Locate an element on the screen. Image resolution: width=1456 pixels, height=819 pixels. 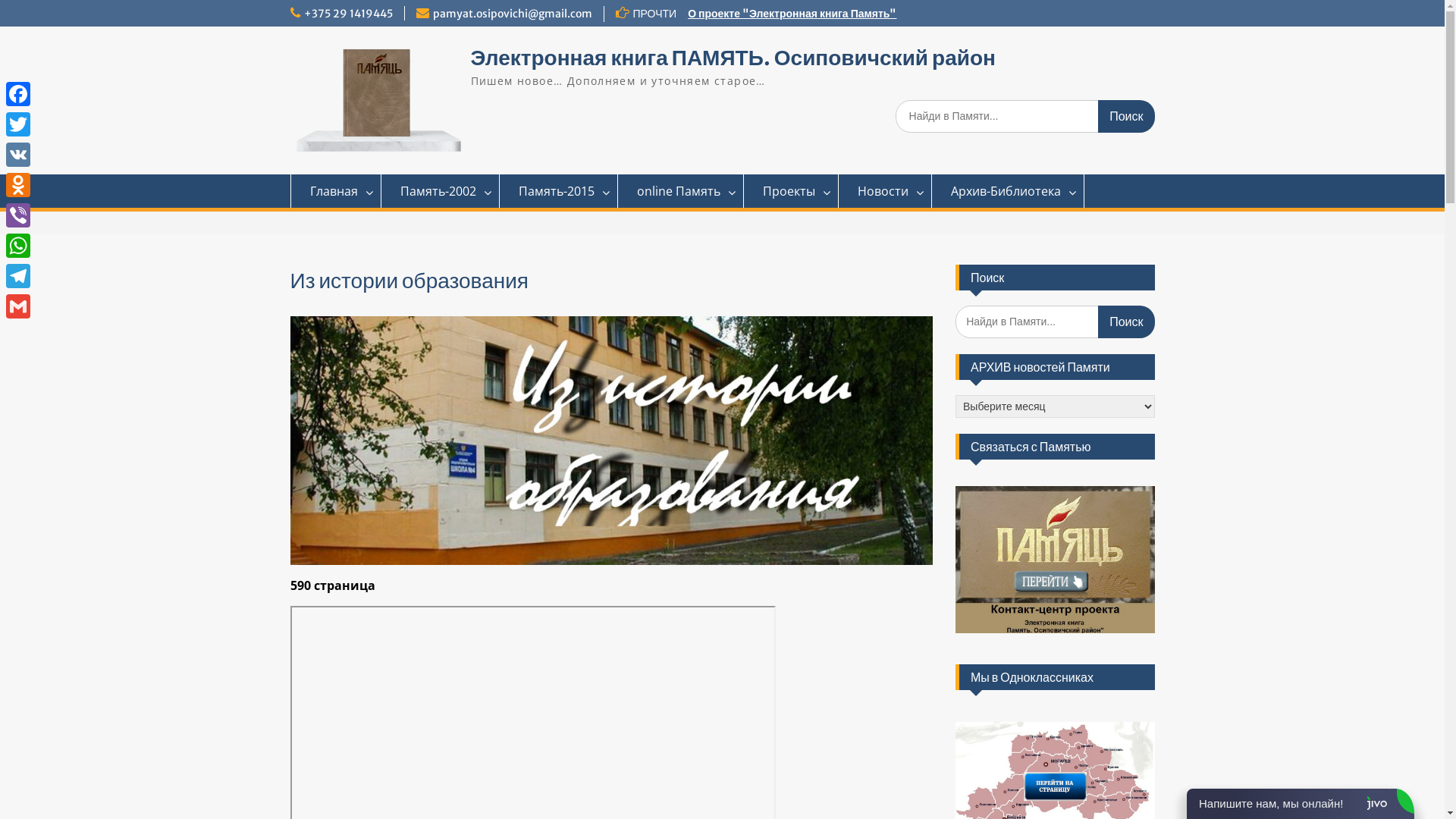
'Facebook' is located at coordinates (18, 93).